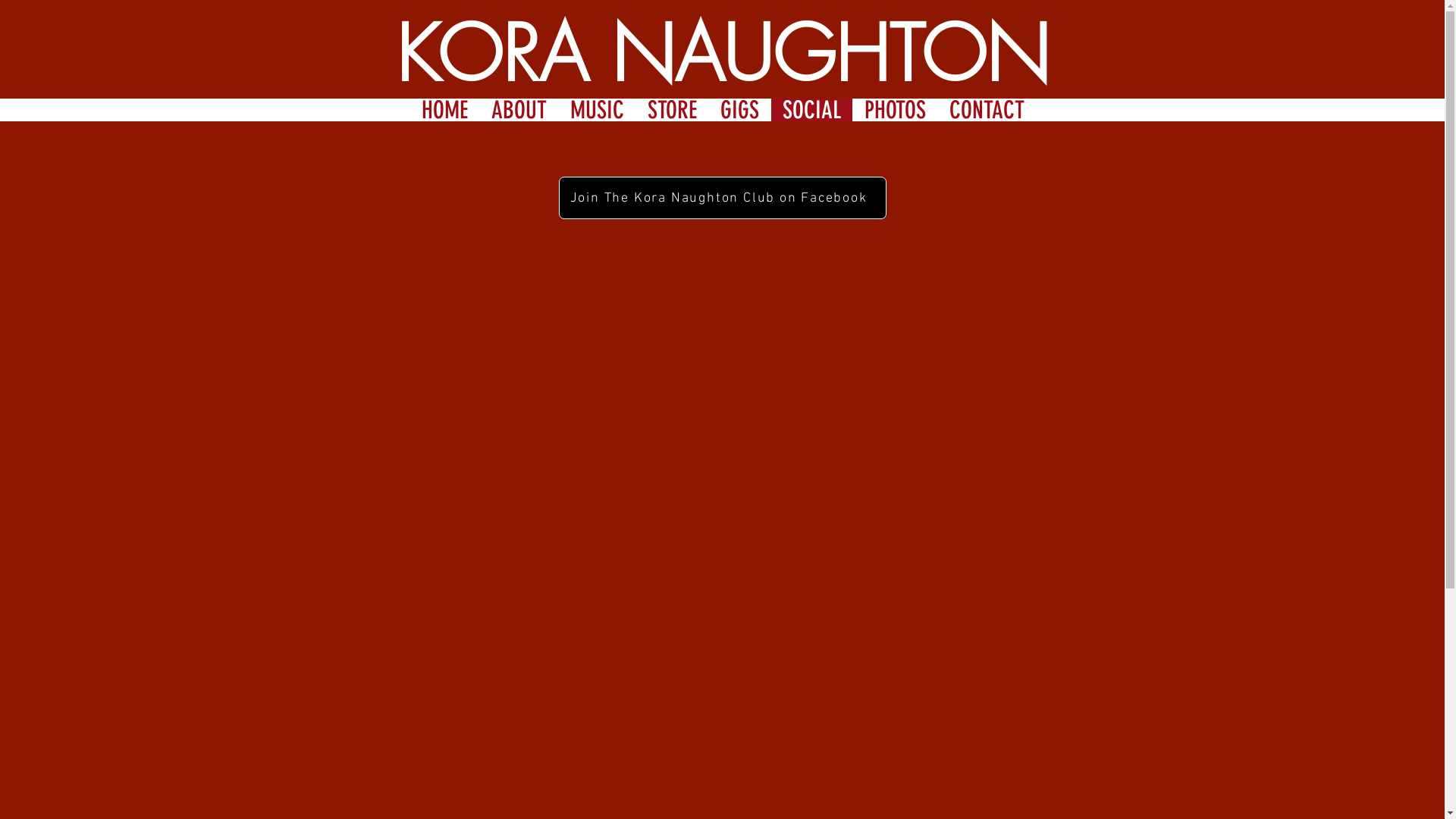 The width and height of the screenshot is (1456, 819). I want to click on 'KORA NAUGHTON', so click(722, 52).